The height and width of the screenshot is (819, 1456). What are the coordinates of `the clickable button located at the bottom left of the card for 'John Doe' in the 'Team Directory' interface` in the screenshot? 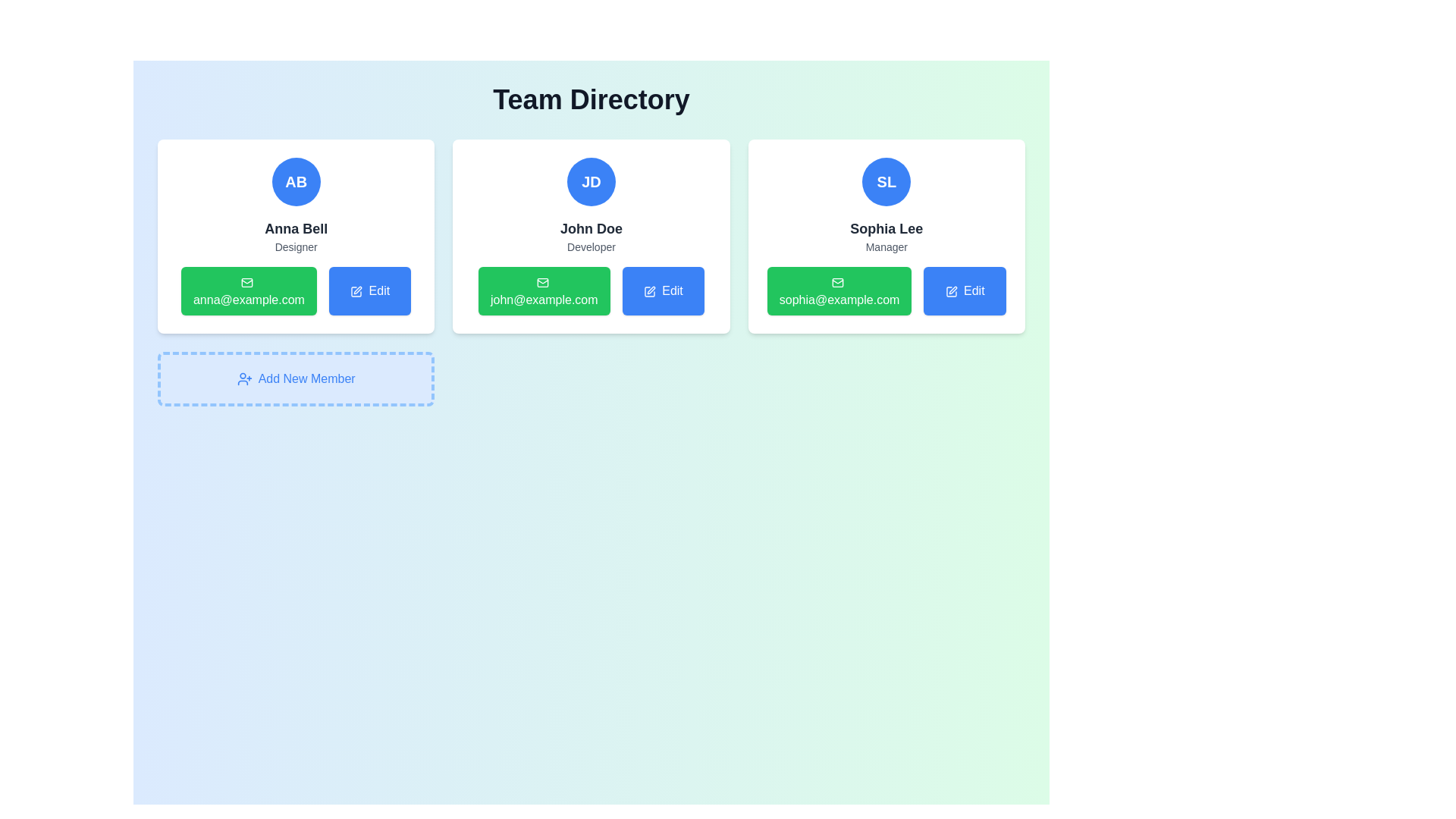 It's located at (544, 291).